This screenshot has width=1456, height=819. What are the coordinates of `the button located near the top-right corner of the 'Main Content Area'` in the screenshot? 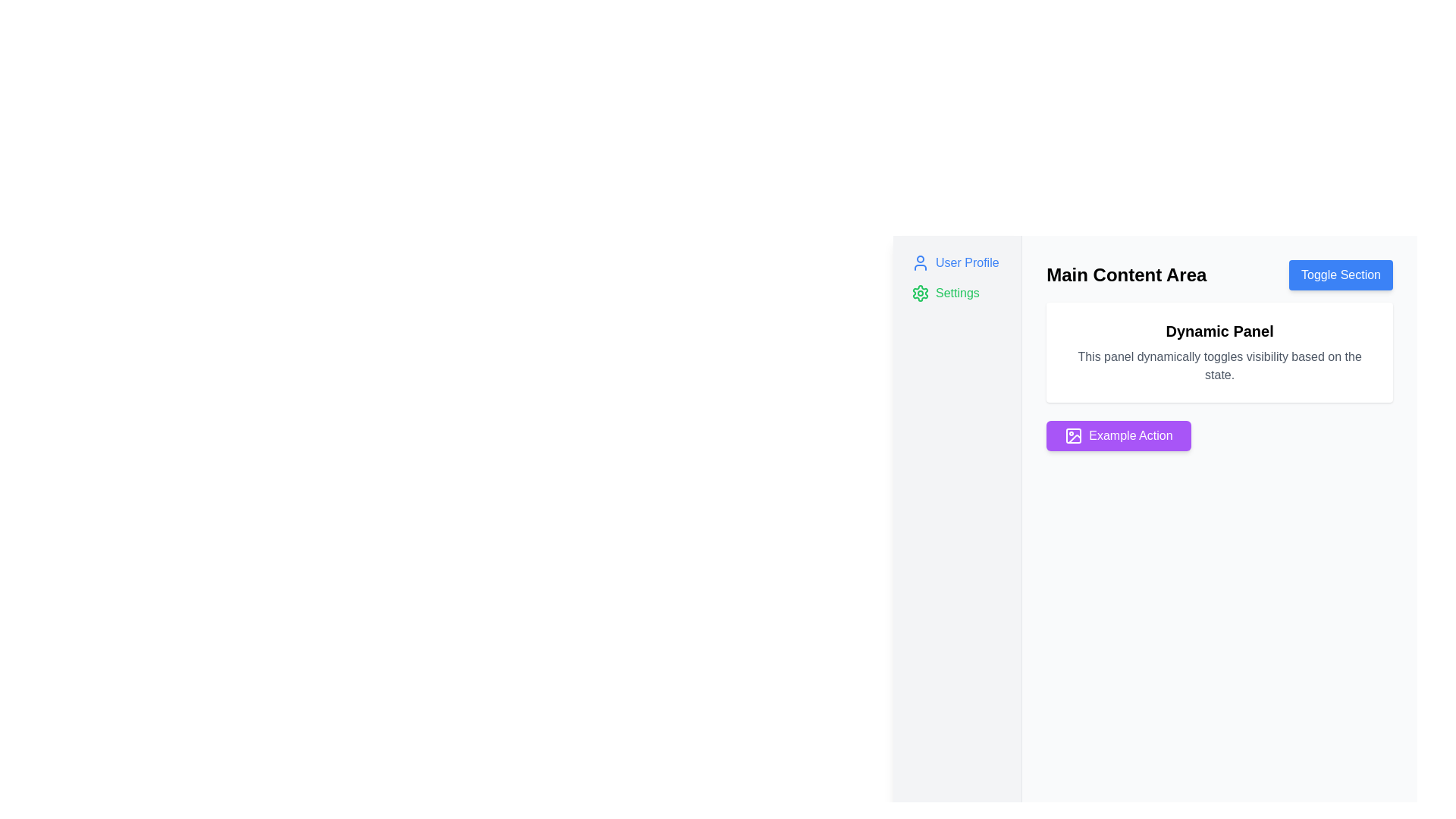 It's located at (1340, 275).